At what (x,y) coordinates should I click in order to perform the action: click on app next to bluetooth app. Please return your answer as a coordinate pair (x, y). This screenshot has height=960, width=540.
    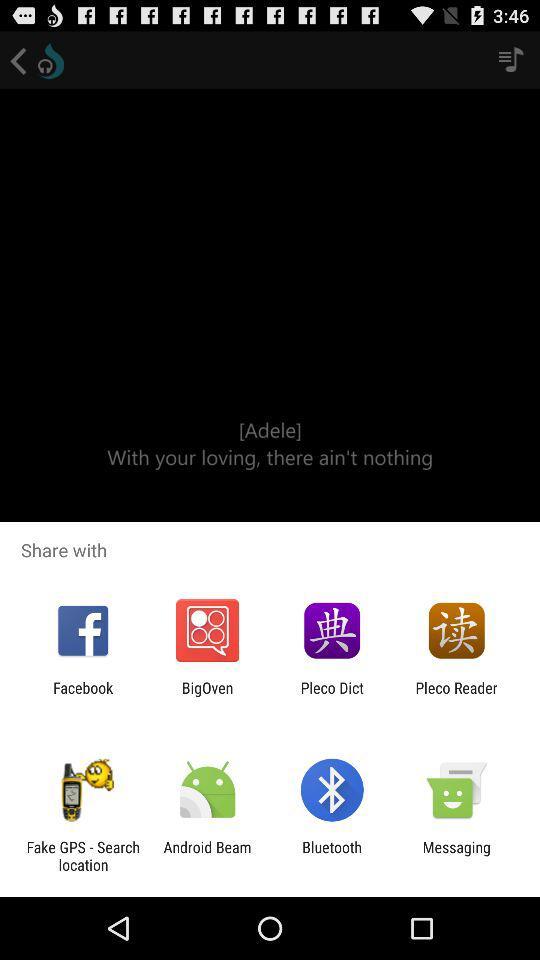
    Looking at the image, I should click on (206, 855).